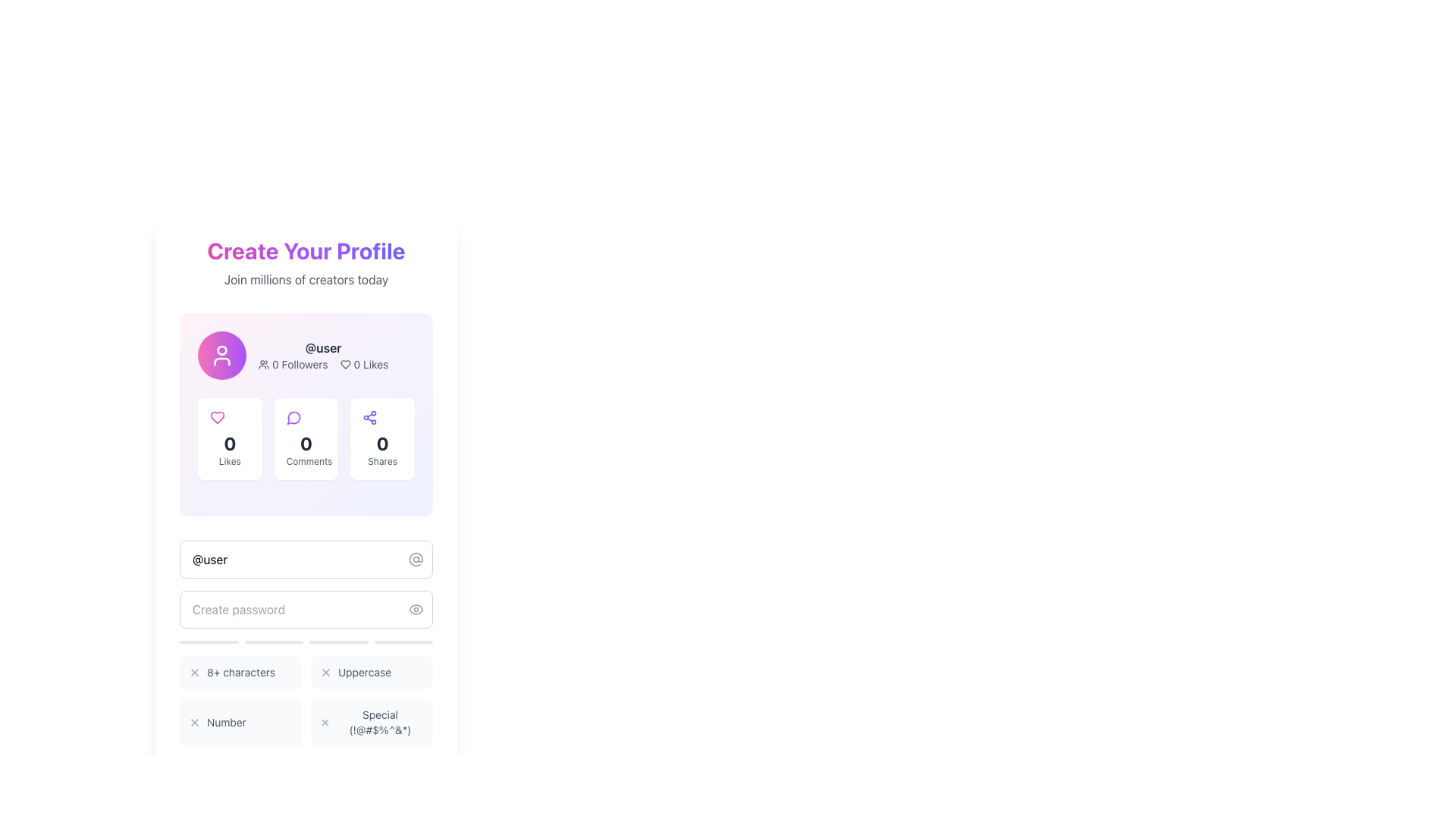 Image resolution: width=1456 pixels, height=819 pixels. Describe the element at coordinates (416, 559) in the screenshot. I see `the '@' icon located at the far-right inside the username input field, which emphasizes the username format requirement` at that location.